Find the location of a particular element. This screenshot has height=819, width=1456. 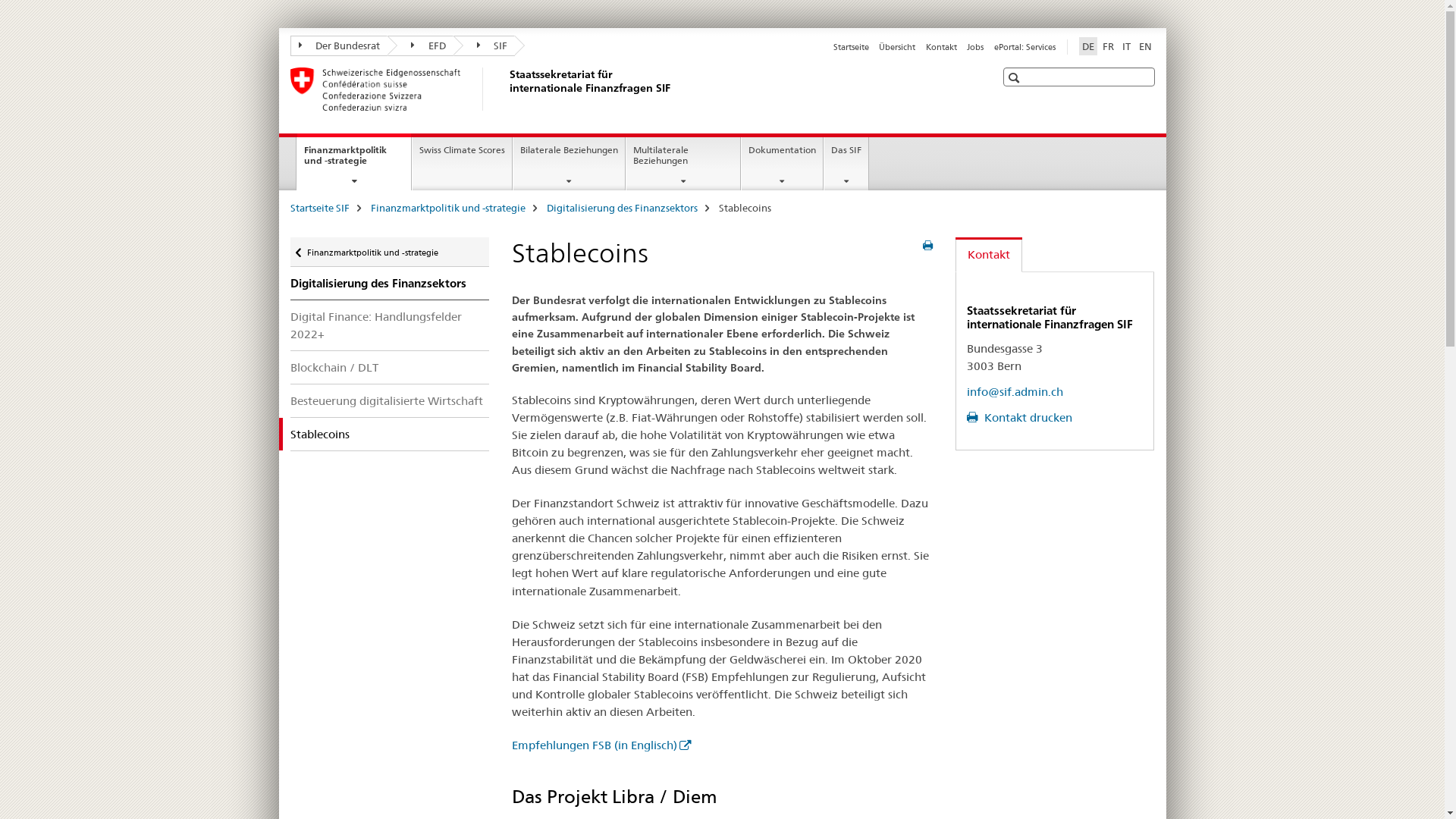

'Finanzmarktpolitik und -strategie is located at coordinates (297, 162).